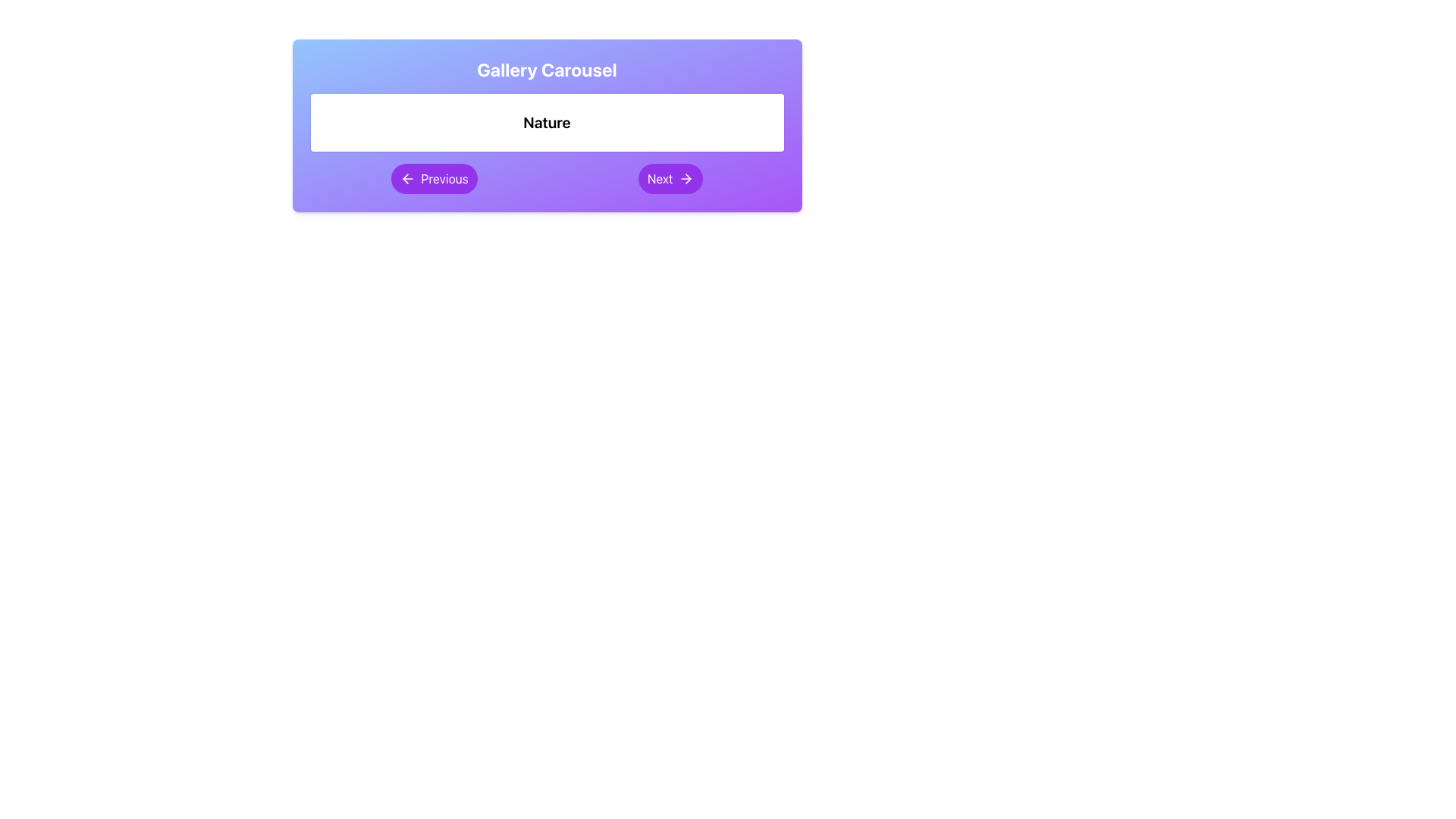 Image resolution: width=1456 pixels, height=819 pixels. I want to click on the left arrow icon within the purple 'Previous' button located beneath the 'Nature' section, so click(407, 177).